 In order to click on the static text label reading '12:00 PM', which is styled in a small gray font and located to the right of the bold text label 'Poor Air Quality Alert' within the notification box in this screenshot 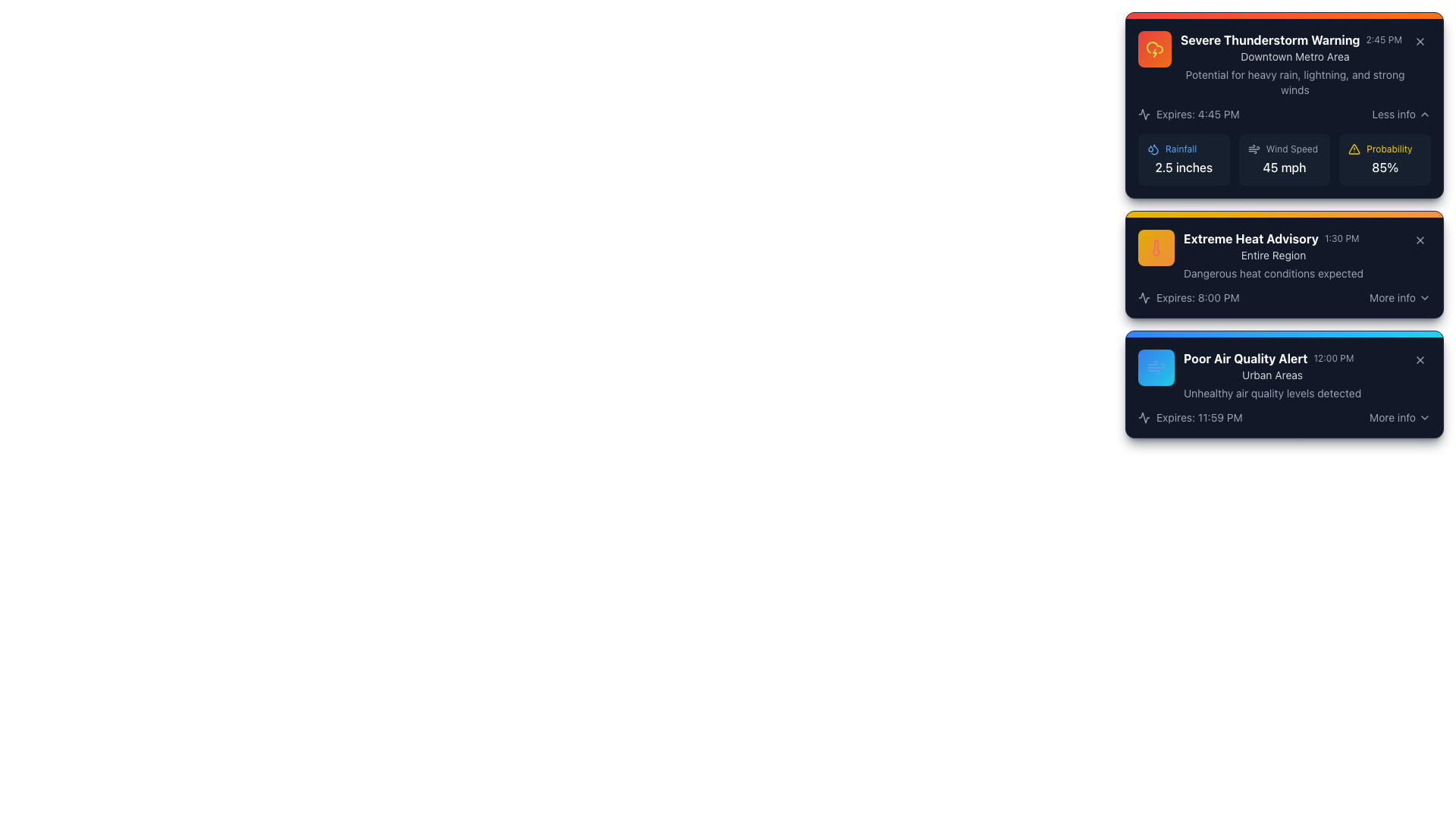, I will do `click(1332, 359)`.